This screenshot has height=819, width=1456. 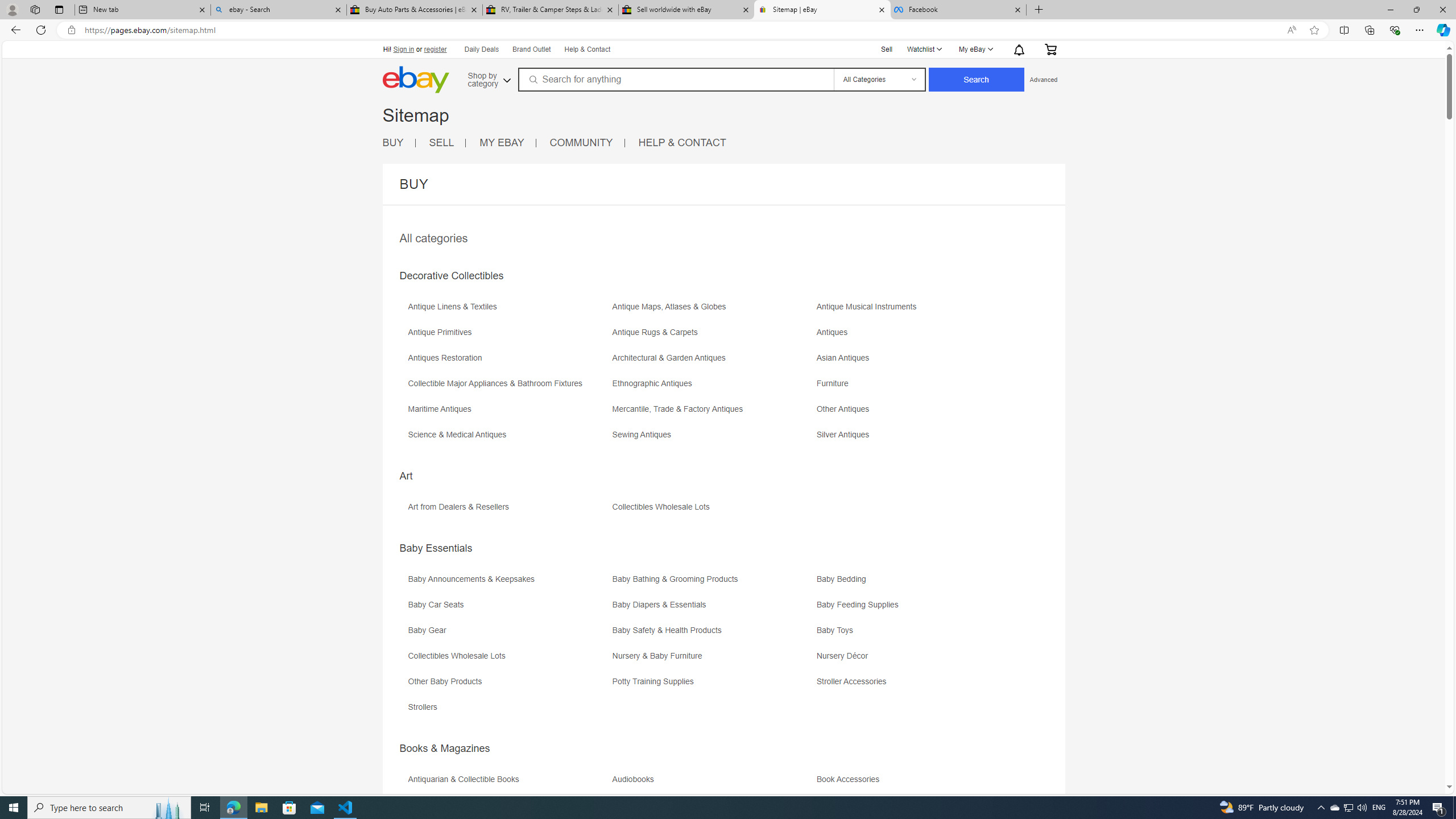 I want to click on 'Science & Medical Antiques', so click(x=508, y=438).